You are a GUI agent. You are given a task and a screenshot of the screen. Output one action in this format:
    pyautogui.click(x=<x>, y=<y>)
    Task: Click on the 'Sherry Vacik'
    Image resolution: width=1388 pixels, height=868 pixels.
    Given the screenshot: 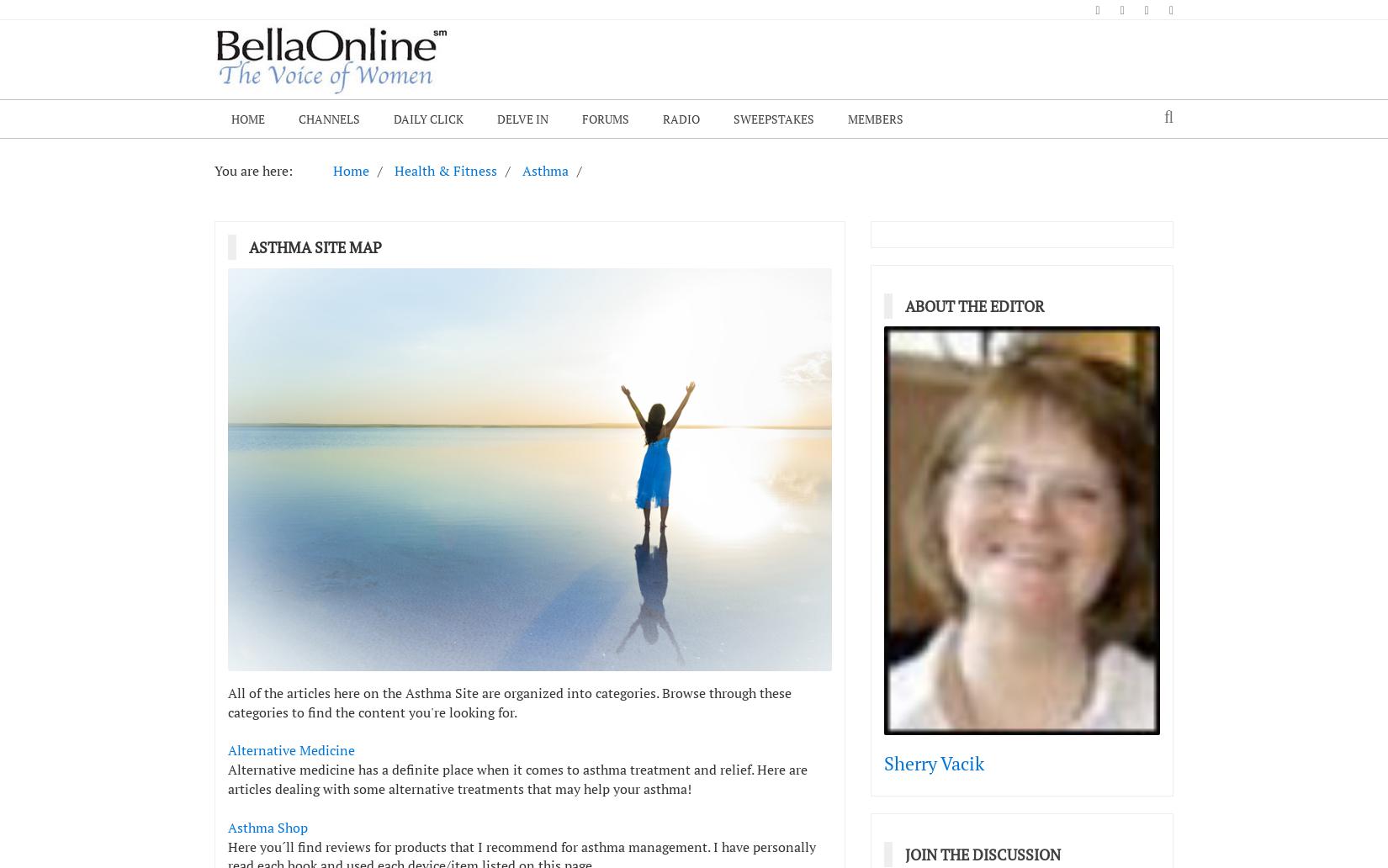 What is the action you would take?
    pyautogui.click(x=884, y=761)
    